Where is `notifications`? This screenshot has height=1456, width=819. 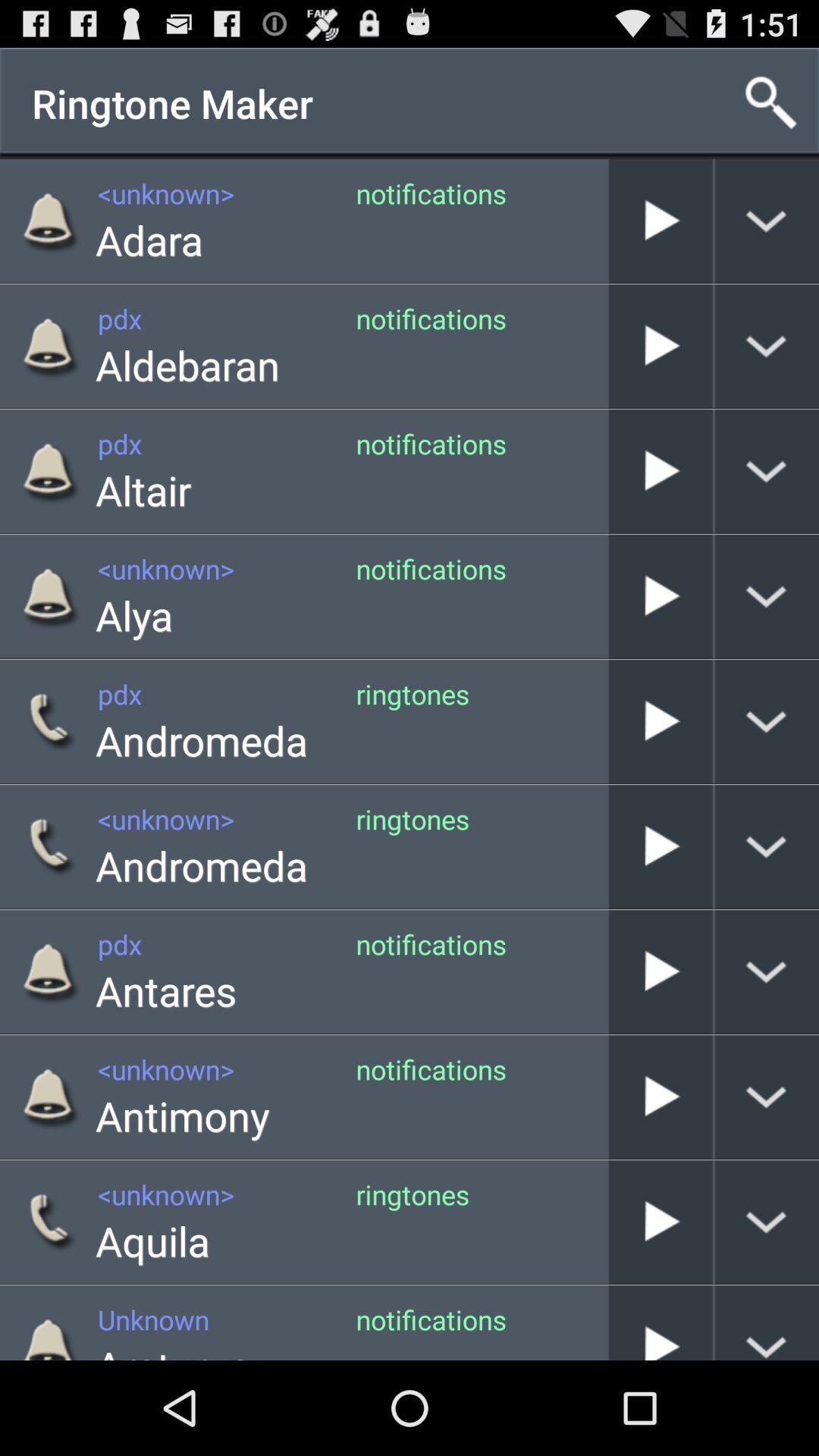 notifications is located at coordinates (660, 220).